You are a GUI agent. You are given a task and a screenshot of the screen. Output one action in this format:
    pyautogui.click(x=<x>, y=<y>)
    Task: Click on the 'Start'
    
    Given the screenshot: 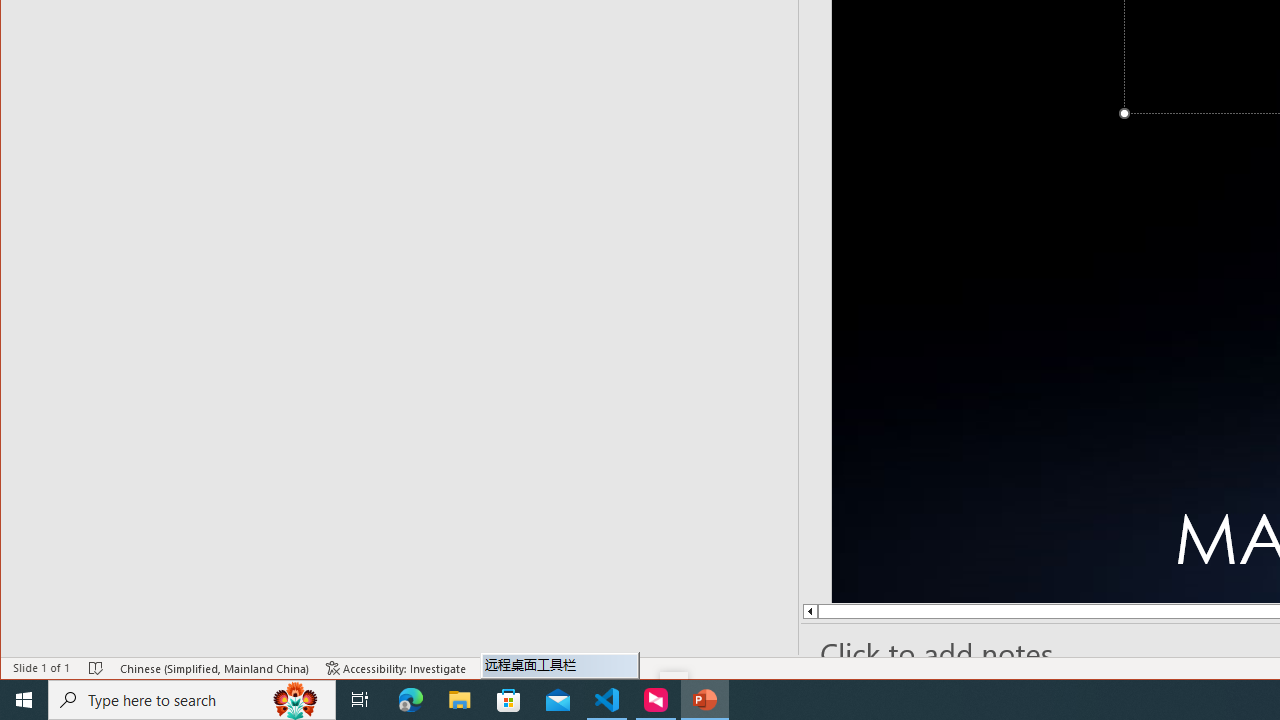 What is the action you would take?
    pyautogui.click(x=24, y=698)
    